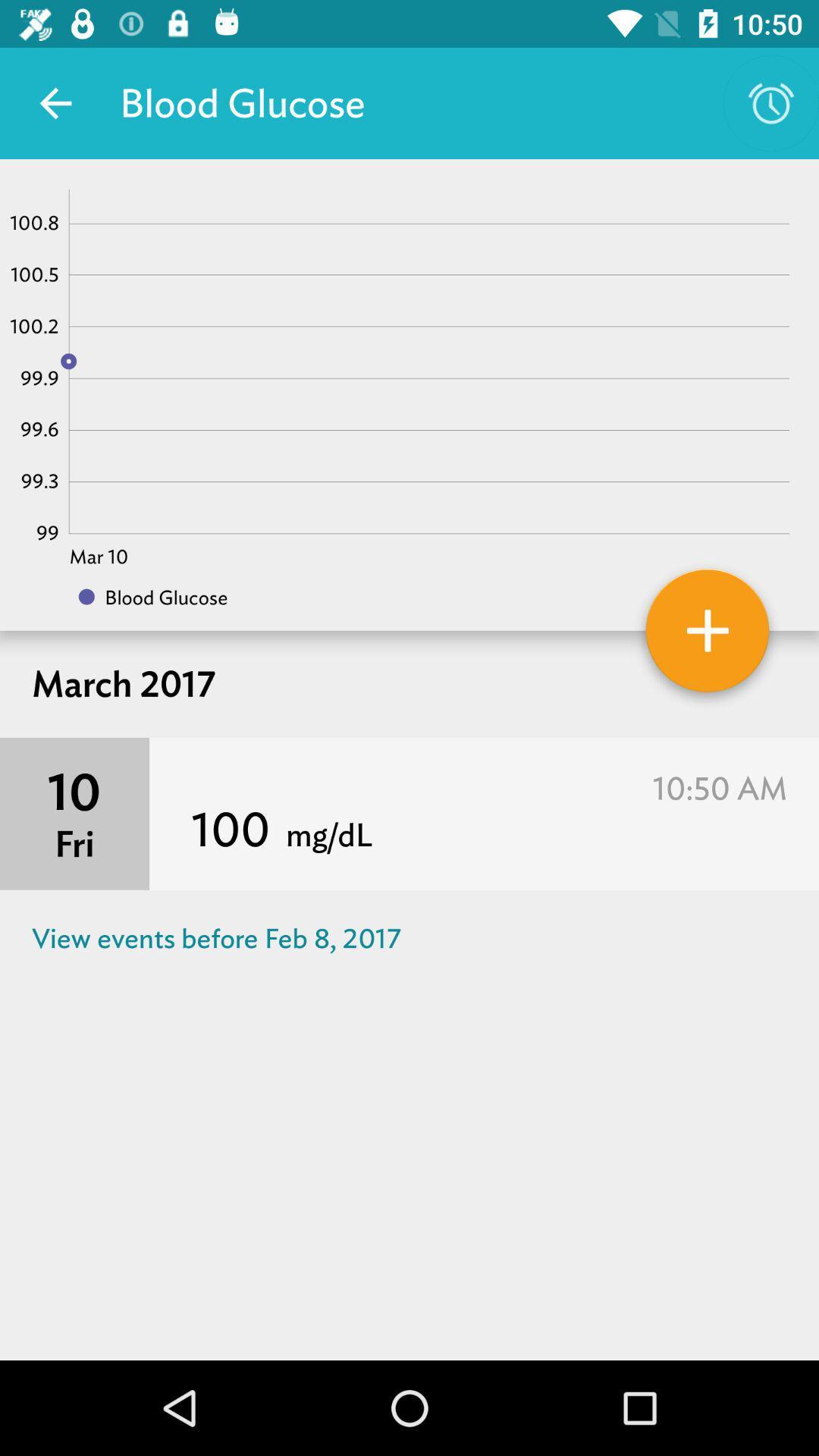  What do you see at coordinates (55, 102) in the screenshot?
I see `go back` at bounding box center [55, 102].